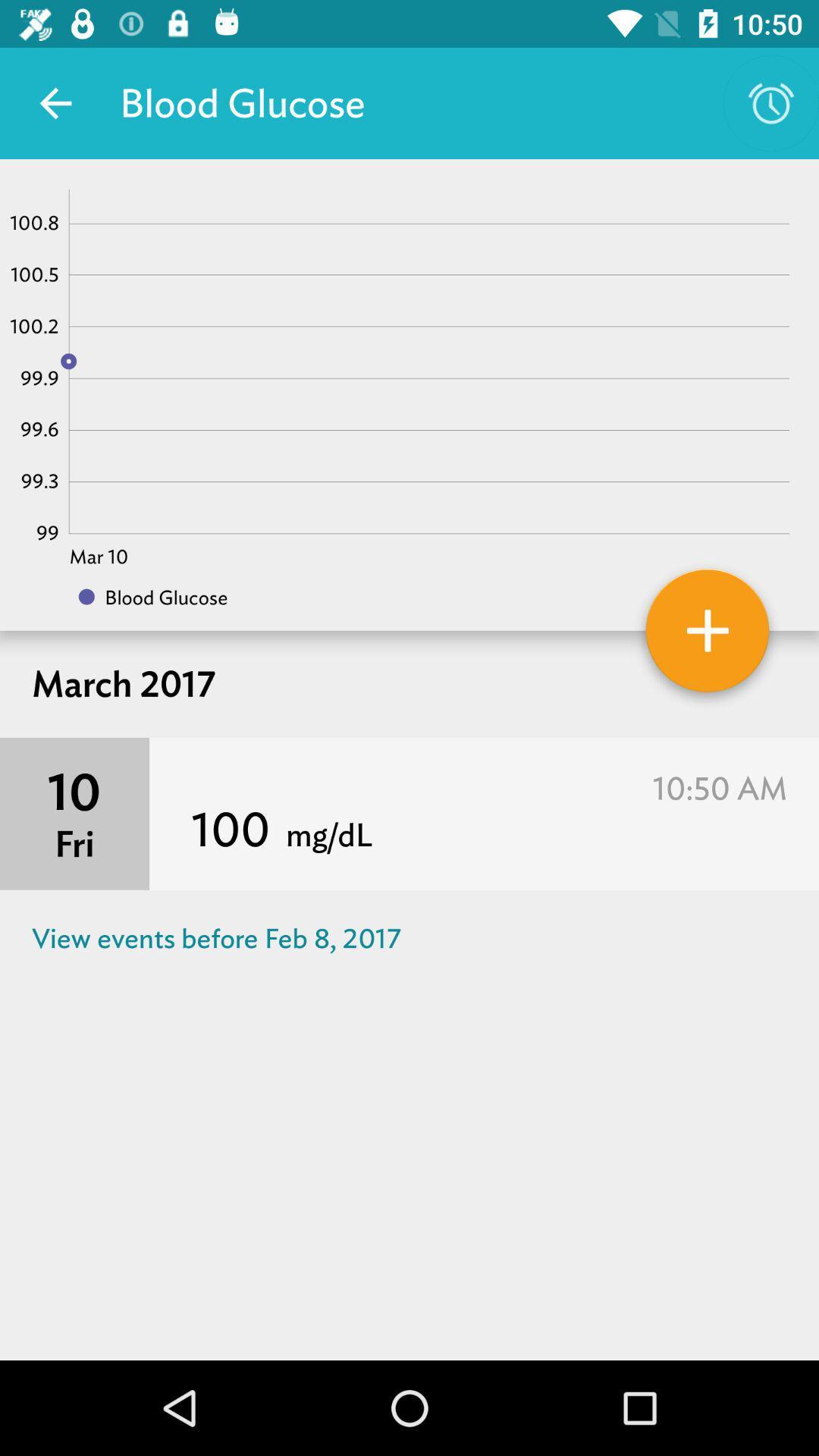  What do you see at coordinates (55, 102) in the screenshot?
I see `go back` at bounding box center [55, 102].